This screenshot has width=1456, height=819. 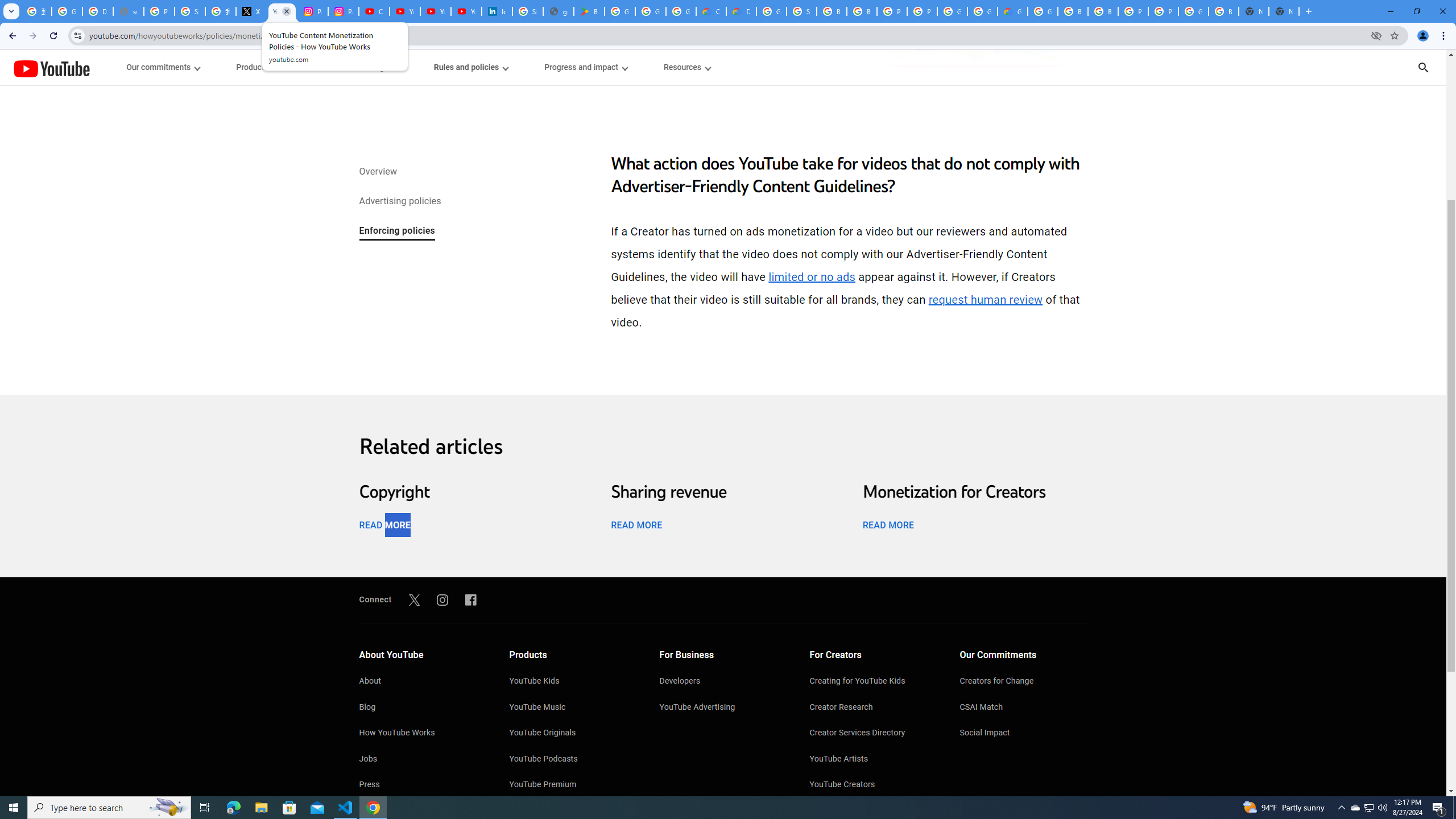 I want to click on 'Bluey: Let', so click(x=589, y=11).